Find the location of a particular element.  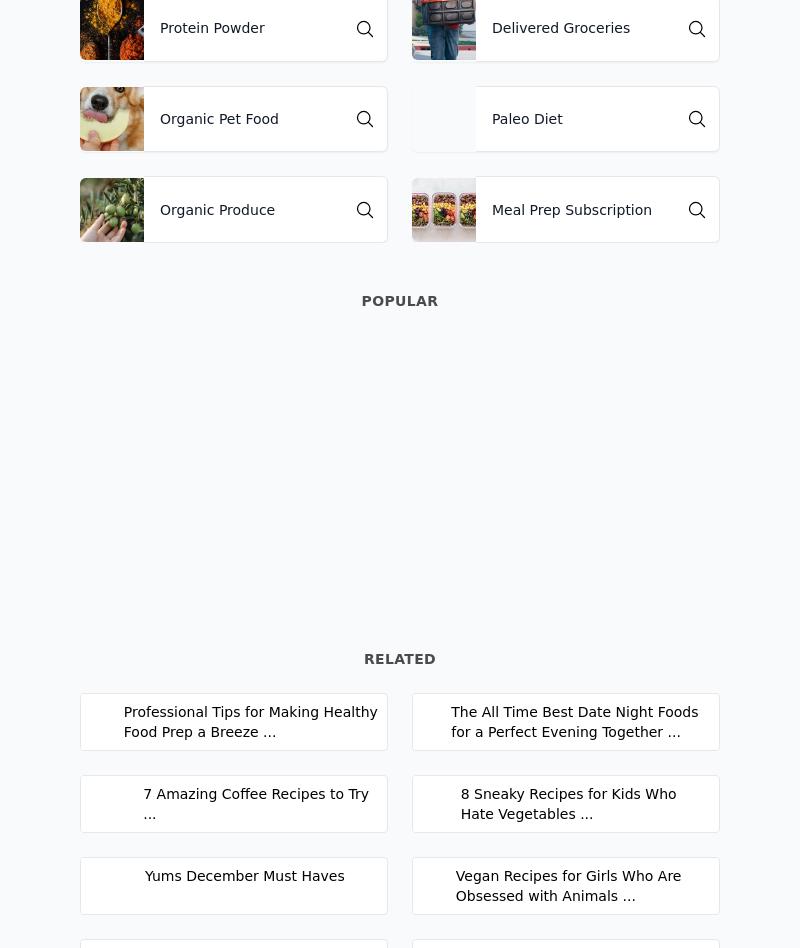

'Yums December Must Haves' is located at coordinates (243, 874).